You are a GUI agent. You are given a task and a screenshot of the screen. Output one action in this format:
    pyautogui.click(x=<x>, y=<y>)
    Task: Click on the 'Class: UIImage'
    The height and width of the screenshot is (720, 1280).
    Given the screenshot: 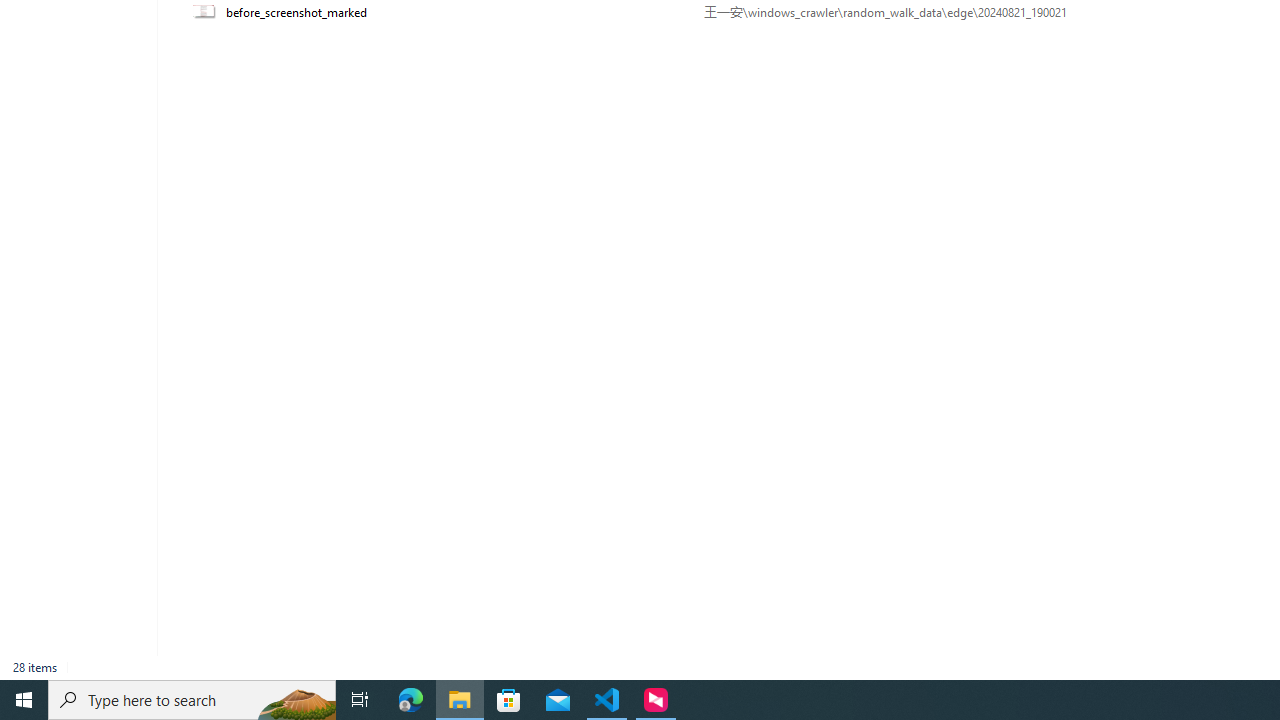 What is the action you would take?
    pyautogui.click(x=206, y=12)
    